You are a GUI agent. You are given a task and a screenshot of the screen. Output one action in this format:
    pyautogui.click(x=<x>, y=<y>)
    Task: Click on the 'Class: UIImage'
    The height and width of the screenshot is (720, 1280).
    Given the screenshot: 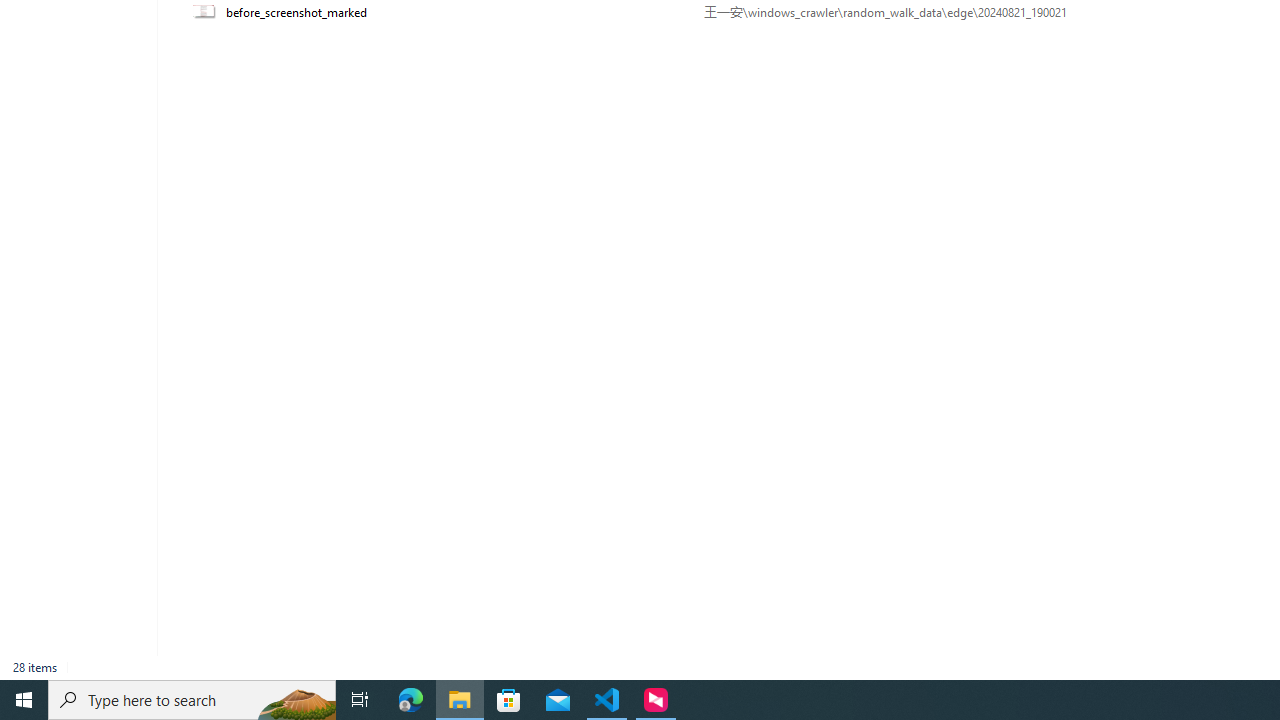 What is the action you would take?
    pyautogui.click(x=206, y=12)
    